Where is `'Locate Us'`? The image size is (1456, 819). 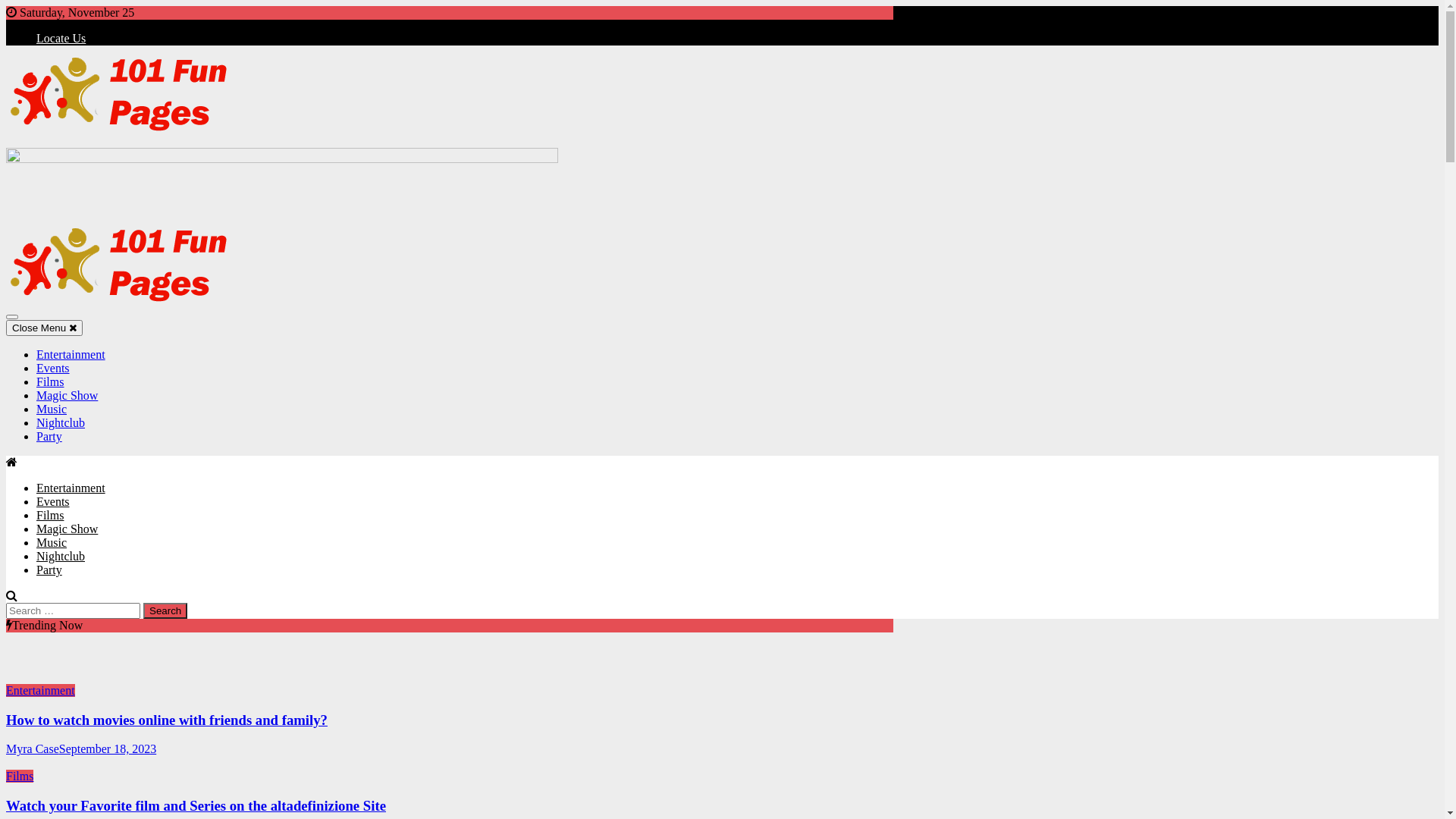
'Locate Us' is located at coordinates (61, 37).